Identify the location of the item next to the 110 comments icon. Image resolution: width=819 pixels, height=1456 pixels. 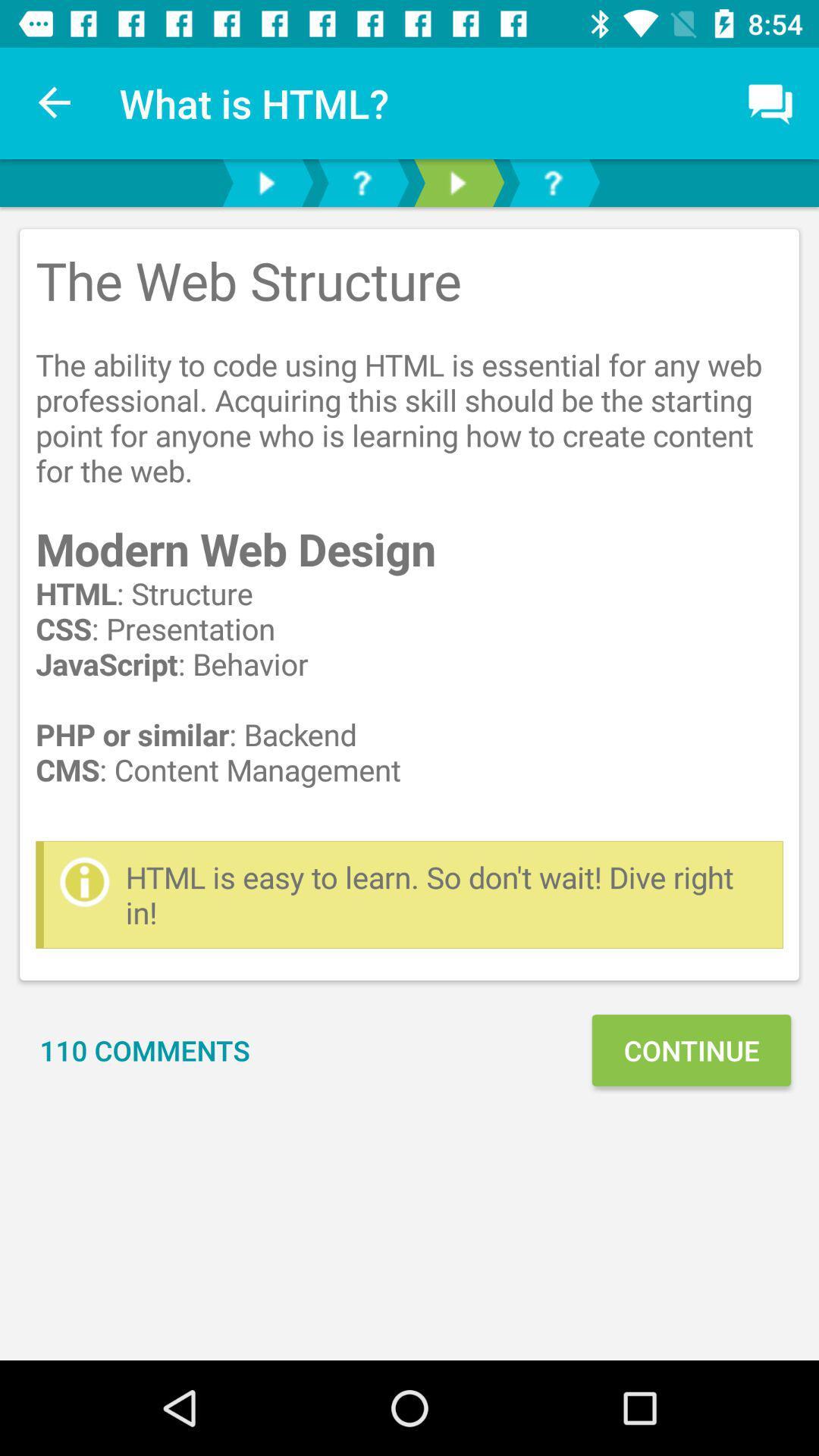
(691, 1050).